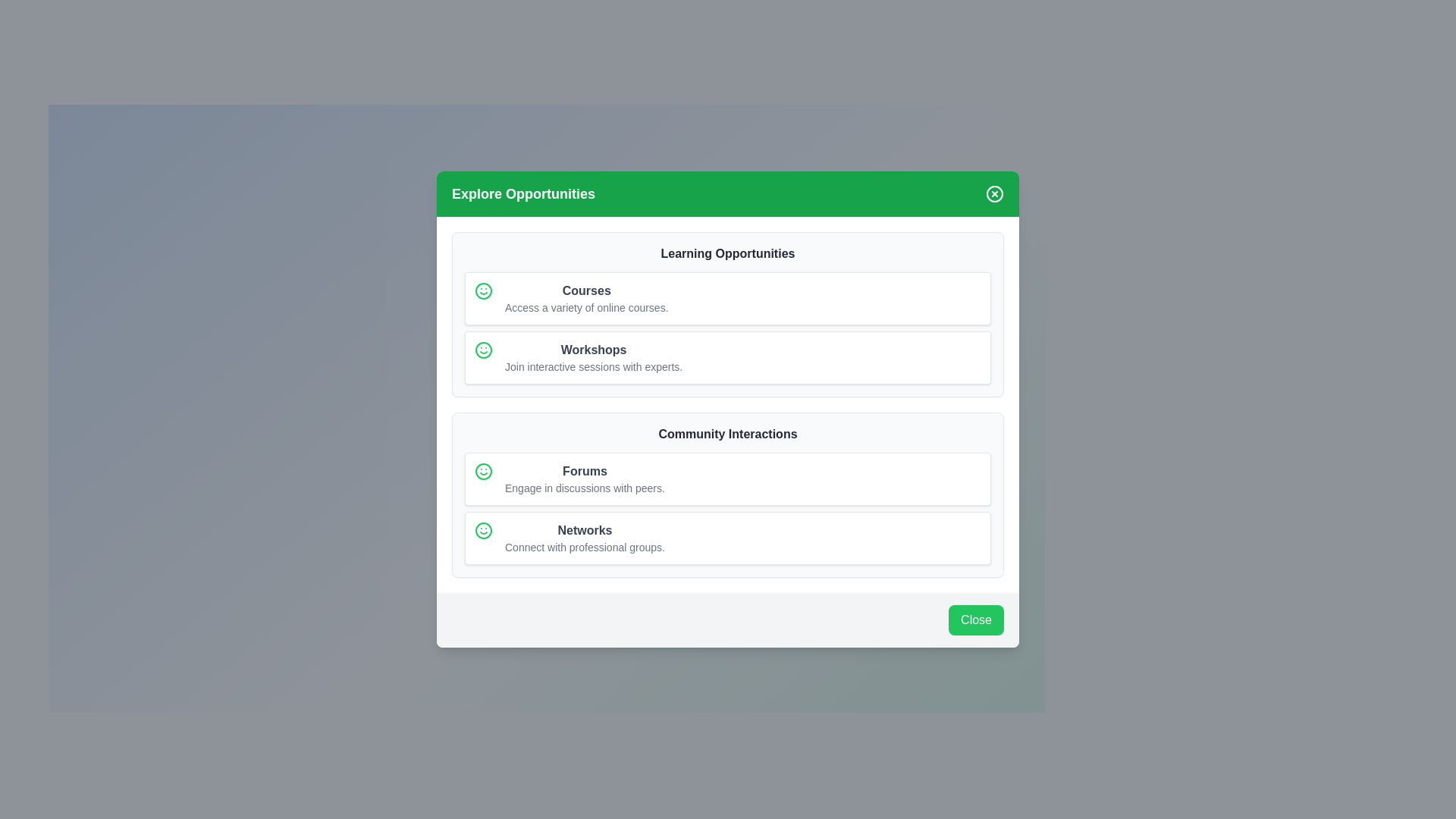 This screenshot has height=819, width=1456. What do you see at coordinates (728, 253) in the screenshot?
I see `the 'Learning Opportunities' header to identify the section purpose` at bounding box center [728, 253].